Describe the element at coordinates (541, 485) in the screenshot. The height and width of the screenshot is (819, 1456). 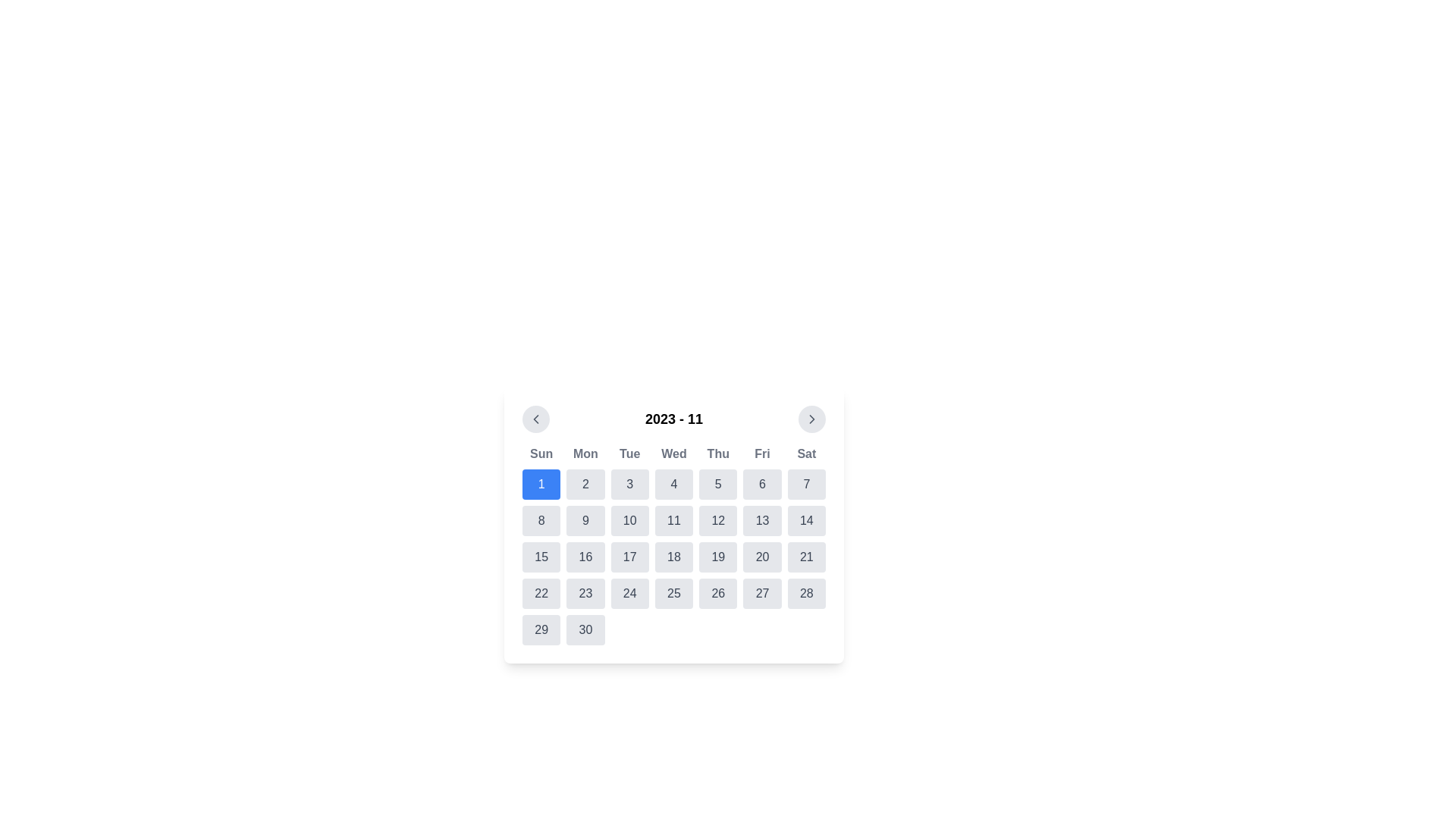
I see `the button representing the first day of the displayed month in the calendar interface` at that location.